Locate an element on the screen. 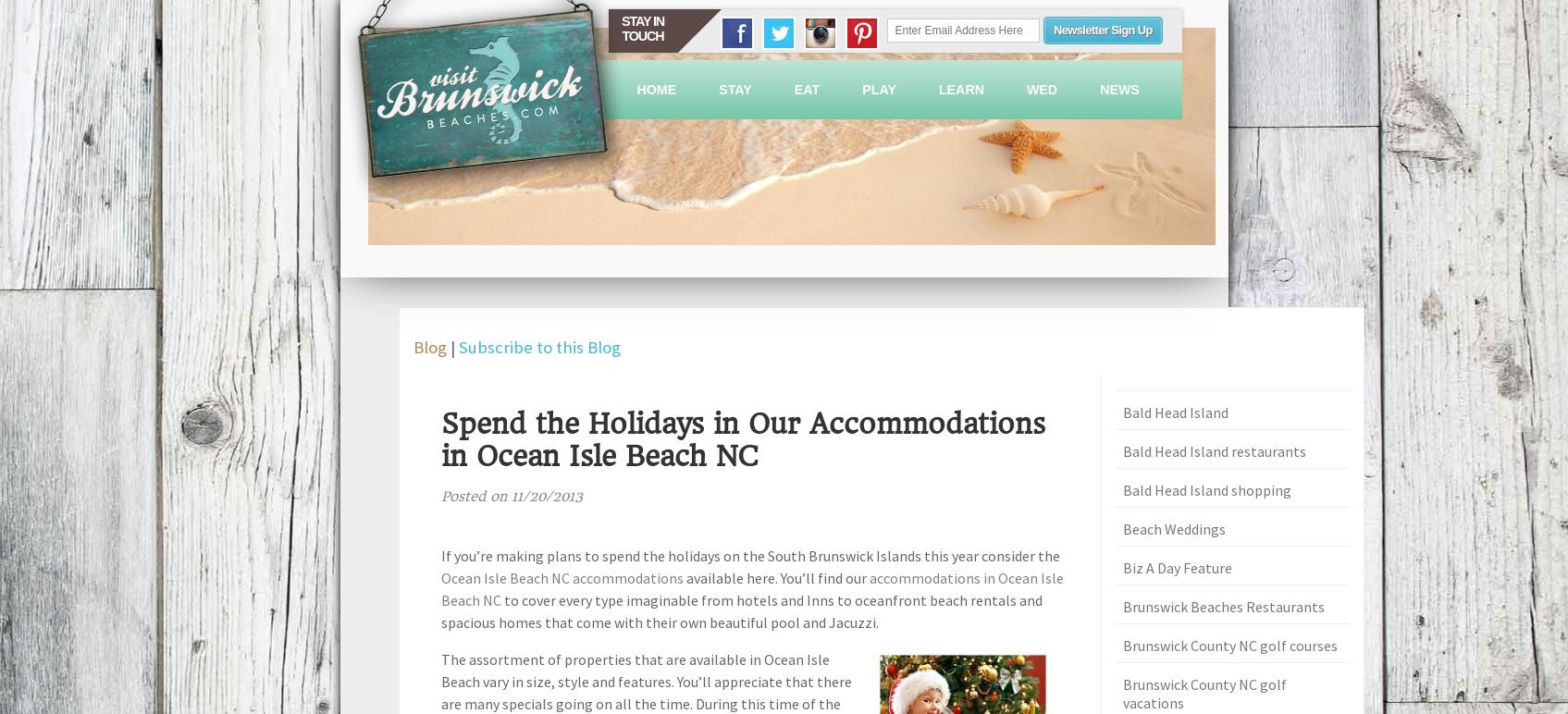 The image size is (1568, 714). 'to cover every type imaginable from hotels and Inns to oceanfront beach rentals and spacious homes that come with their own beautiful pool and Jacuzzi.' is located at coordinates (741, 609).